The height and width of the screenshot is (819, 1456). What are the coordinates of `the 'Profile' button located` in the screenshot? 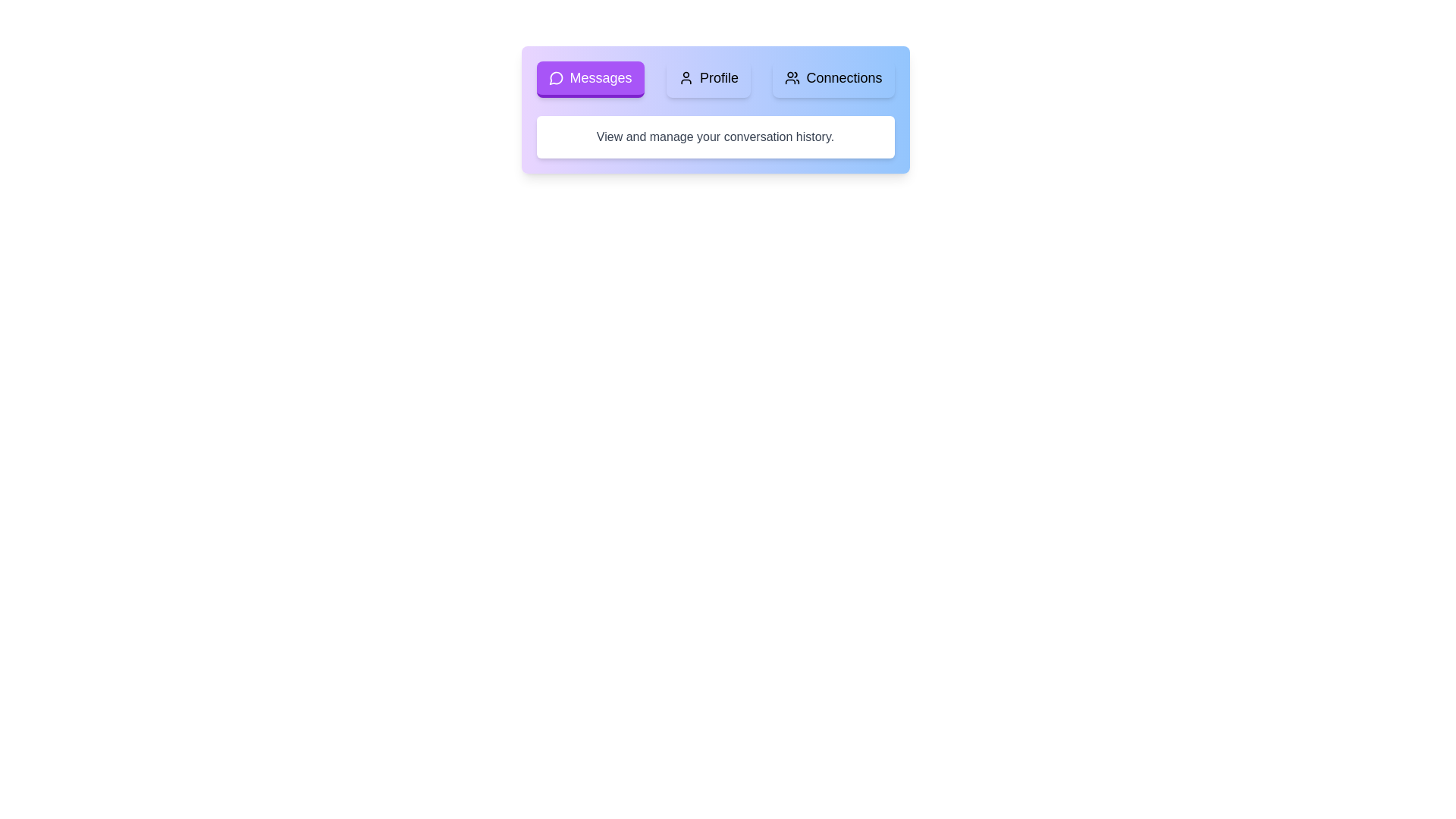 It's located at (708, 79).